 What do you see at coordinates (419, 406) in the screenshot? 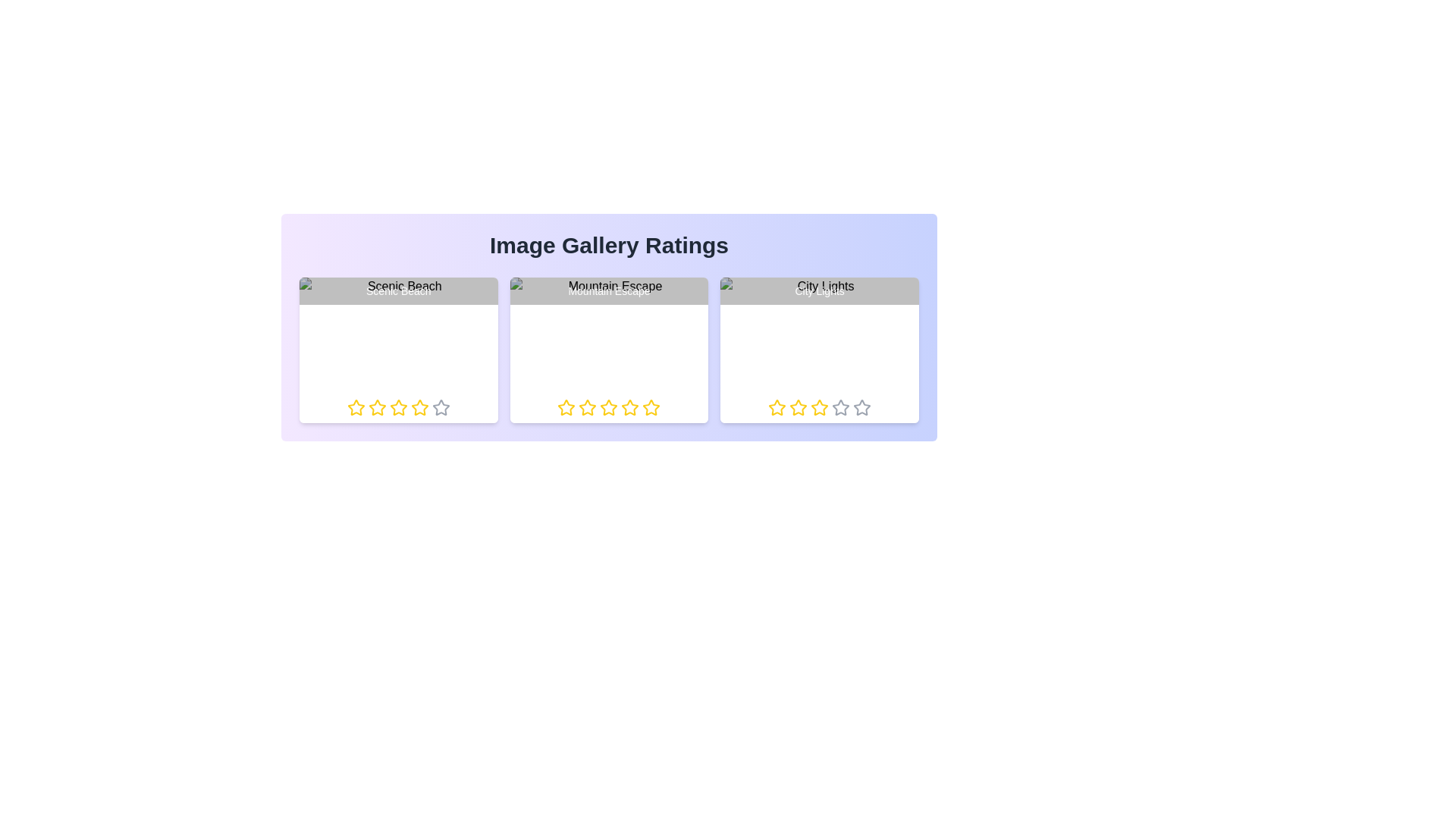
I see `the star corresponding to 4 stars in the rating component` at bounding box center [419, 406].